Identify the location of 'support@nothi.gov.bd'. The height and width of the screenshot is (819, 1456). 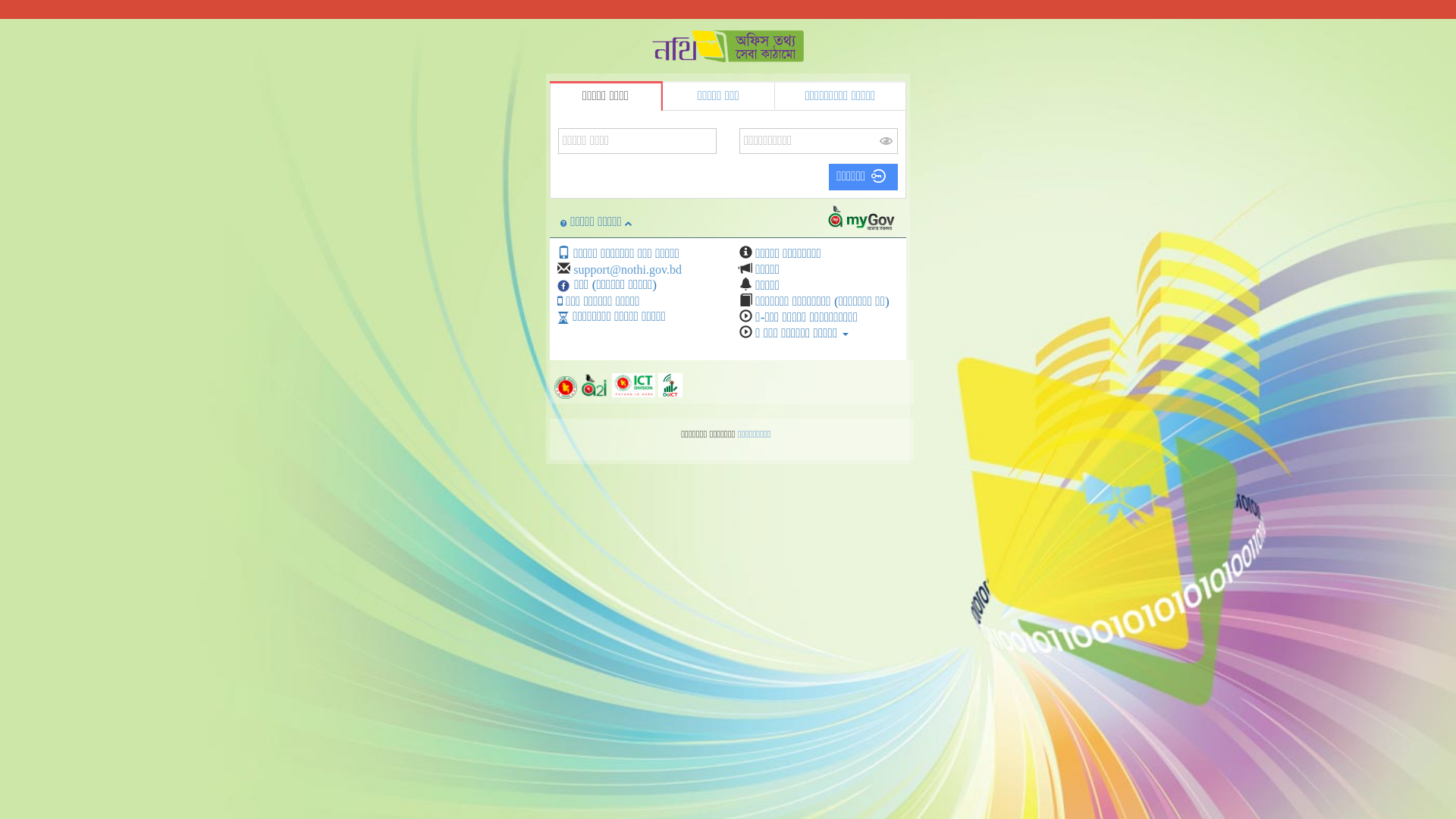
(627, 268).